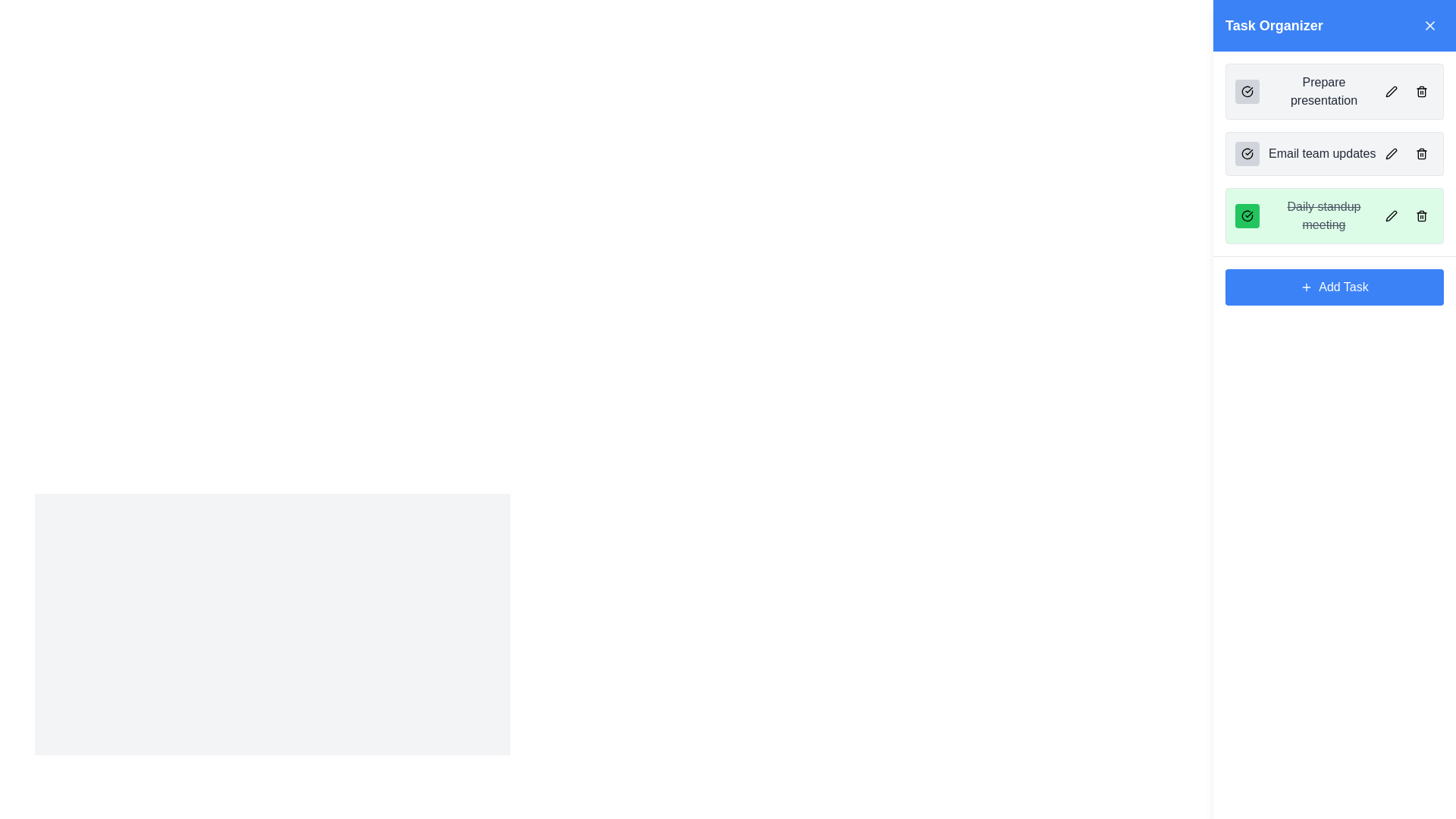  Describe the element at coordinates (1335, 216) in the screenshot. I see `the third task item in the 'Task Organizer' panel, which features a green background and line-through styled text reading 'Daily standup meeting'` at that location.